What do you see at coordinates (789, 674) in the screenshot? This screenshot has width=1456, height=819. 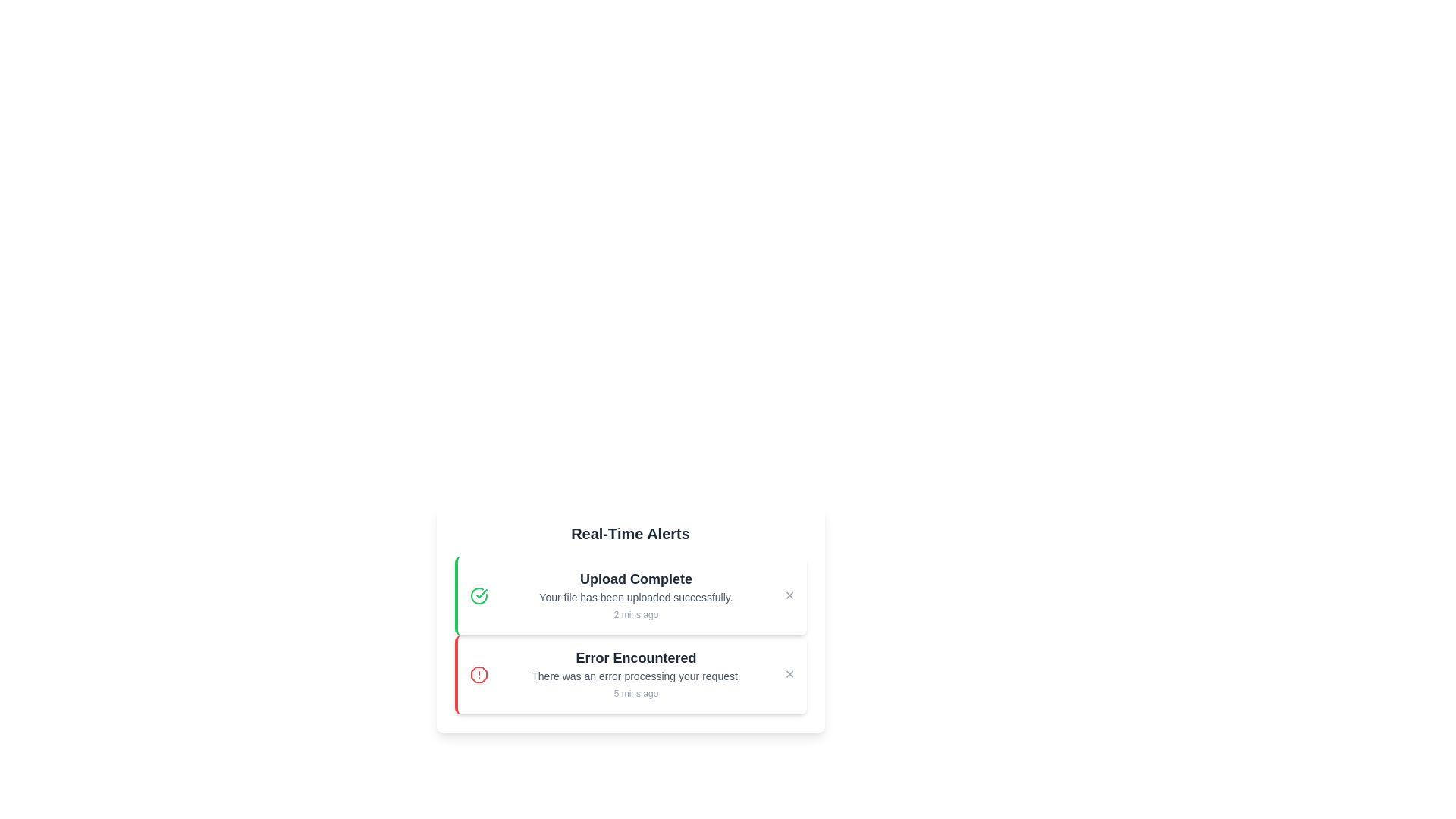 I see `the dismiss button of the 'Error Encountered' alert message to change its color` at bounding box center [789, 674].